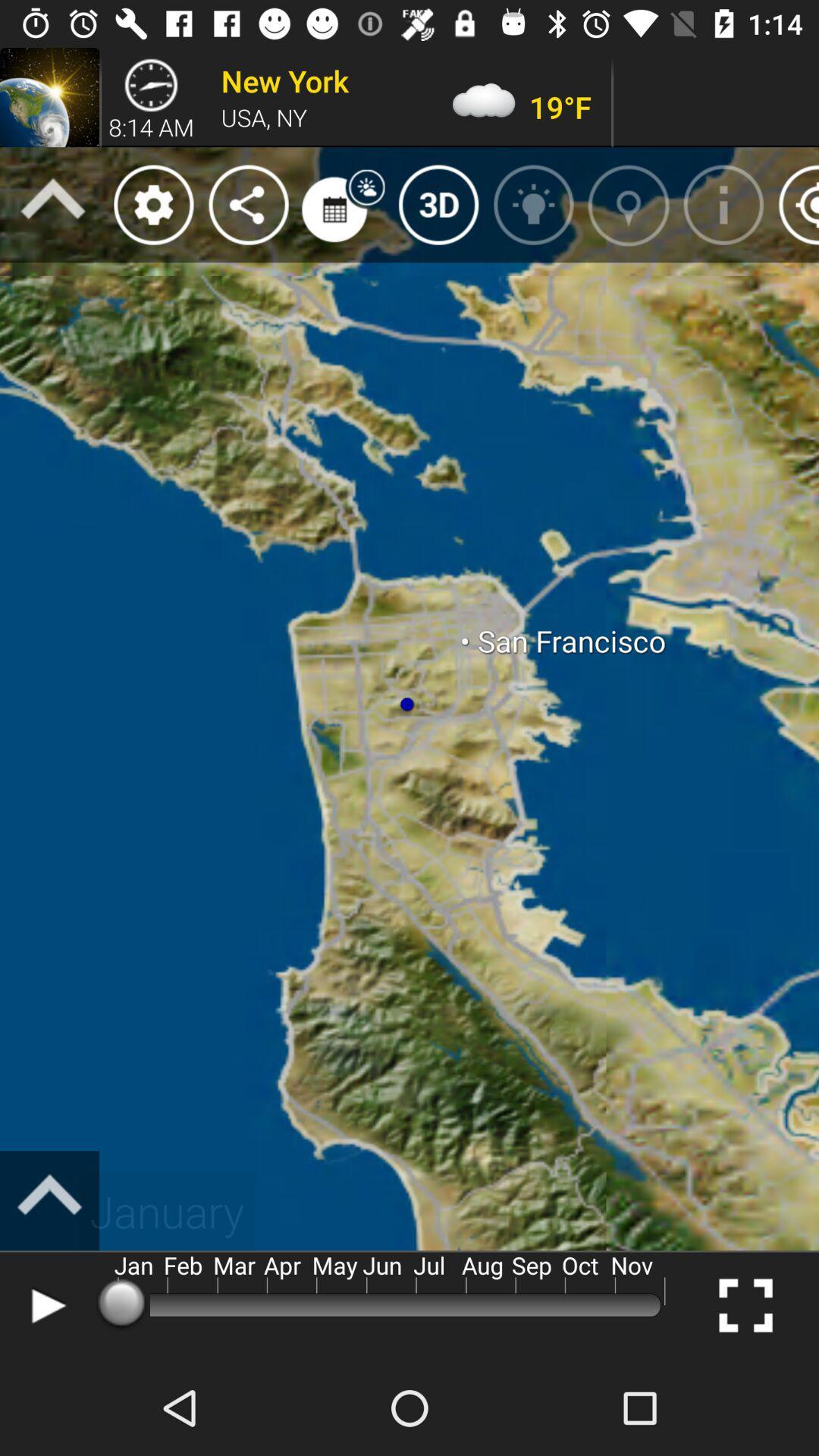 The width and height of the screenshot is (819, 1456). Describe the element at coordinates (49, 1200) in the screenshot. I see `the expand_less icon` at that location.